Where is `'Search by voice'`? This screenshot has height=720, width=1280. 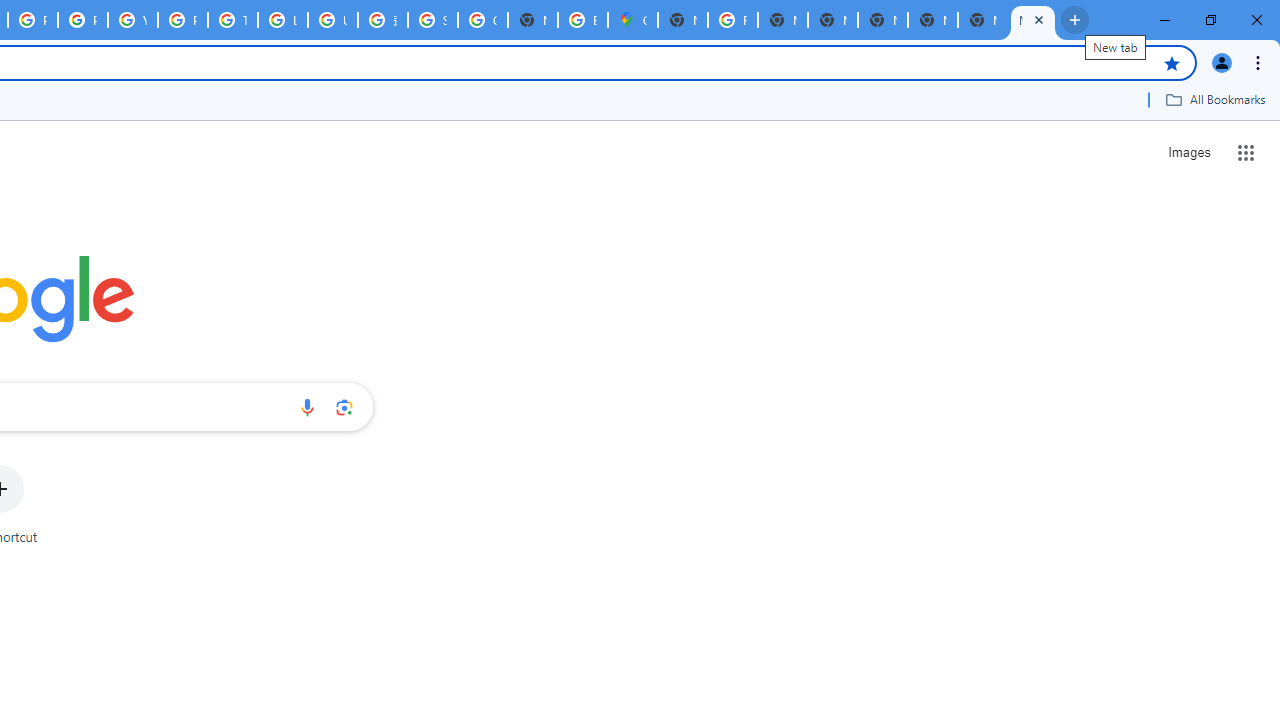 'Search by voice' is located at coordinates (306, 406).